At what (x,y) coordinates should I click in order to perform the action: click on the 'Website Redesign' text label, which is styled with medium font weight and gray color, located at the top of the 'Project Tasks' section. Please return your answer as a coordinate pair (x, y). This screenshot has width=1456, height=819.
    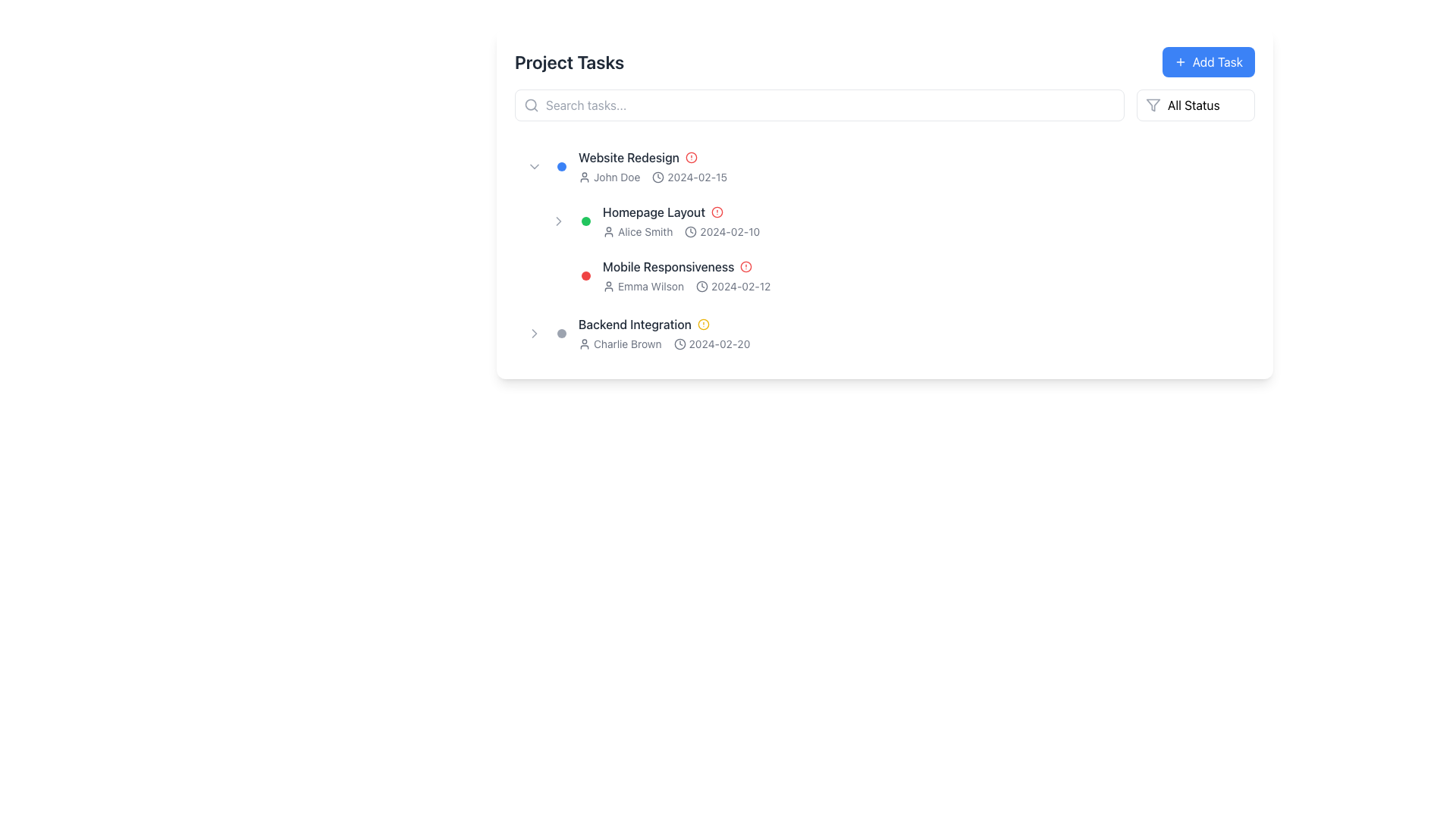
    Looking at the image, I should click on (629, 158).